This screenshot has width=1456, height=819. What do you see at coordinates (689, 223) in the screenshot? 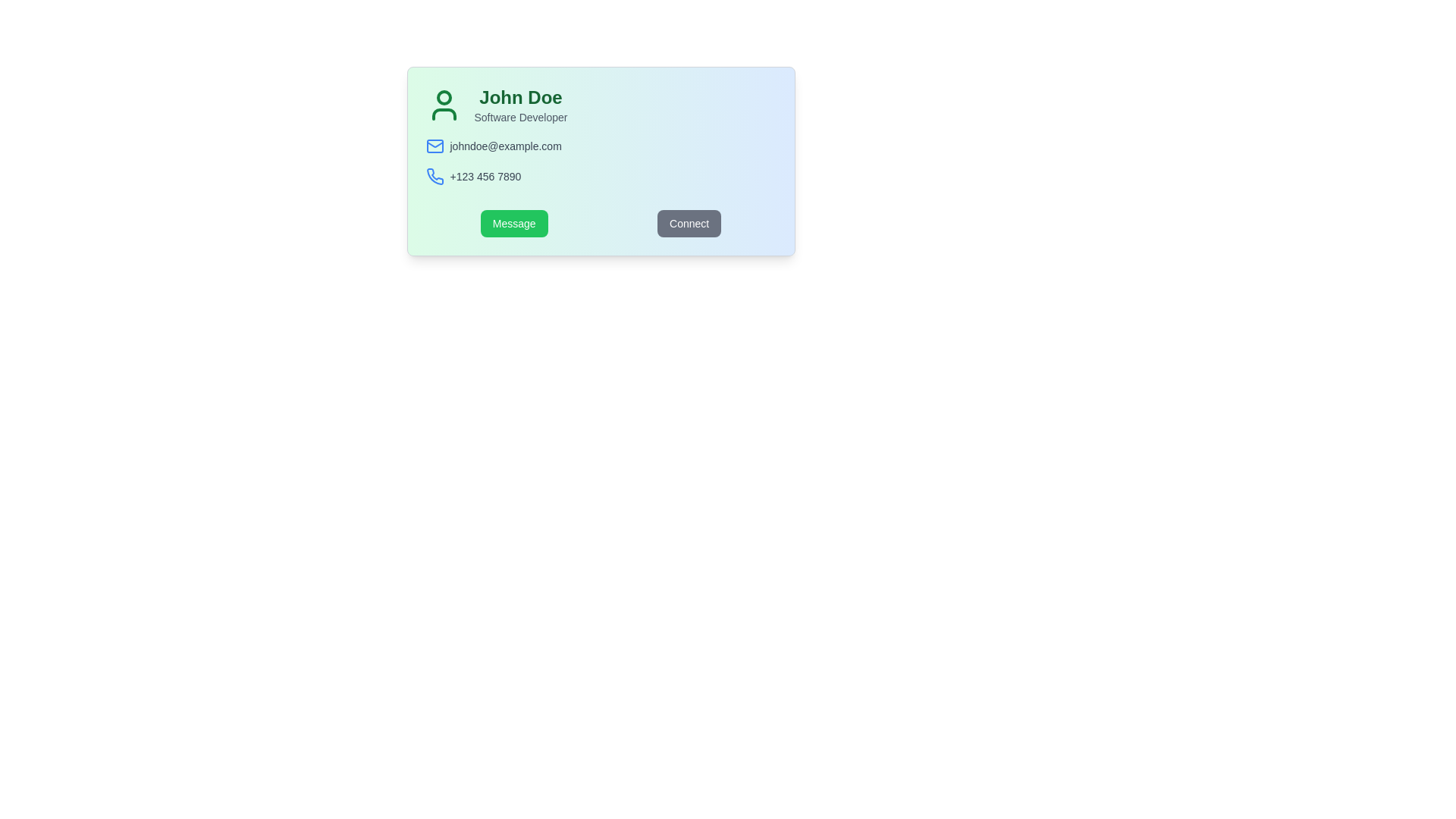
I see `the 'Connect' button with a gray background and white text` at bounding box center [689, 223].